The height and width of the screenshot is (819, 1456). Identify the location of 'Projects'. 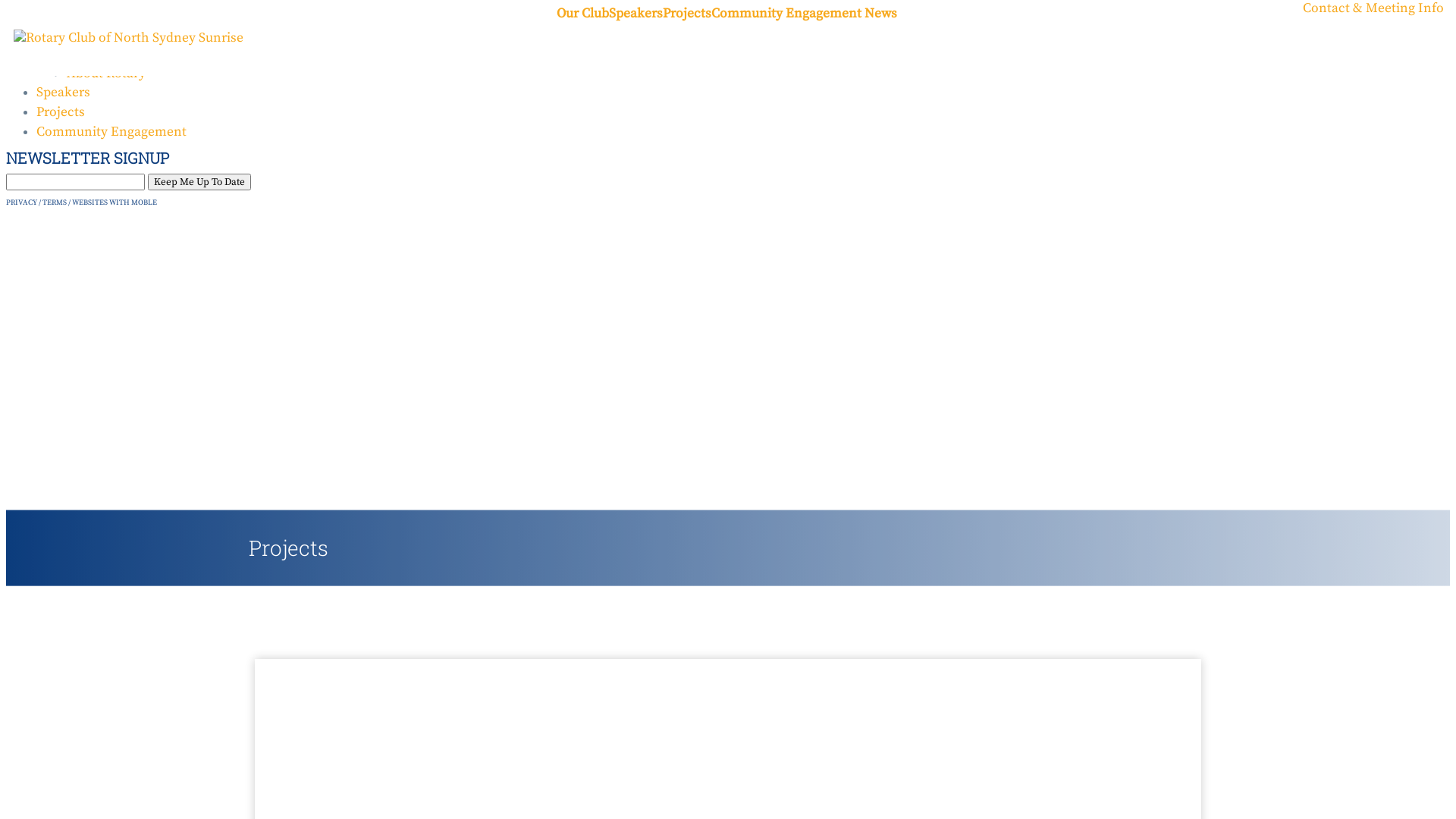
(686, 14).